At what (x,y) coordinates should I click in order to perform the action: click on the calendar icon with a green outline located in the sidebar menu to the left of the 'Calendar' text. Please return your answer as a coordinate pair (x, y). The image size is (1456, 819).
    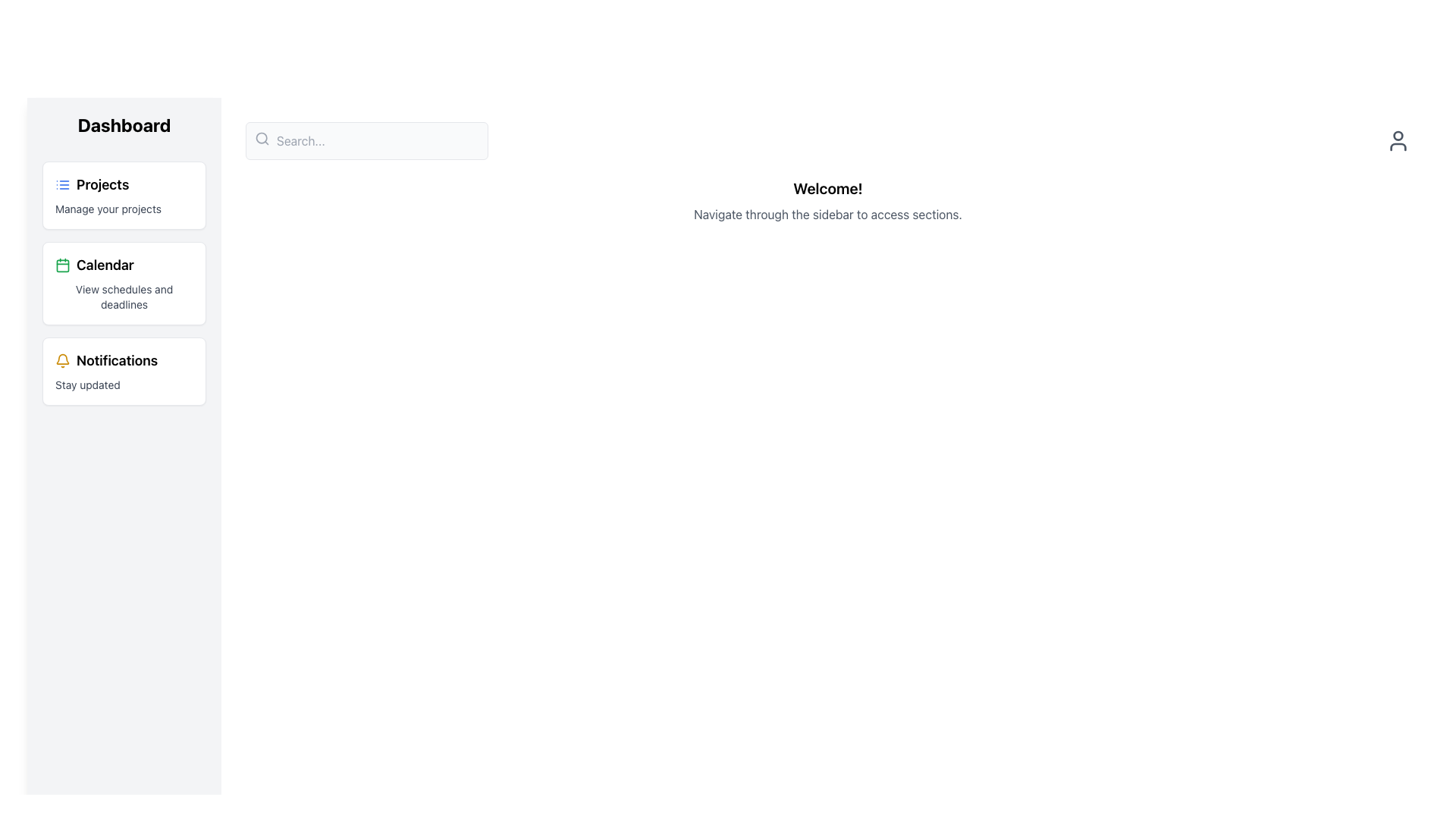
    Looking at the image, I should click on (61, 265).